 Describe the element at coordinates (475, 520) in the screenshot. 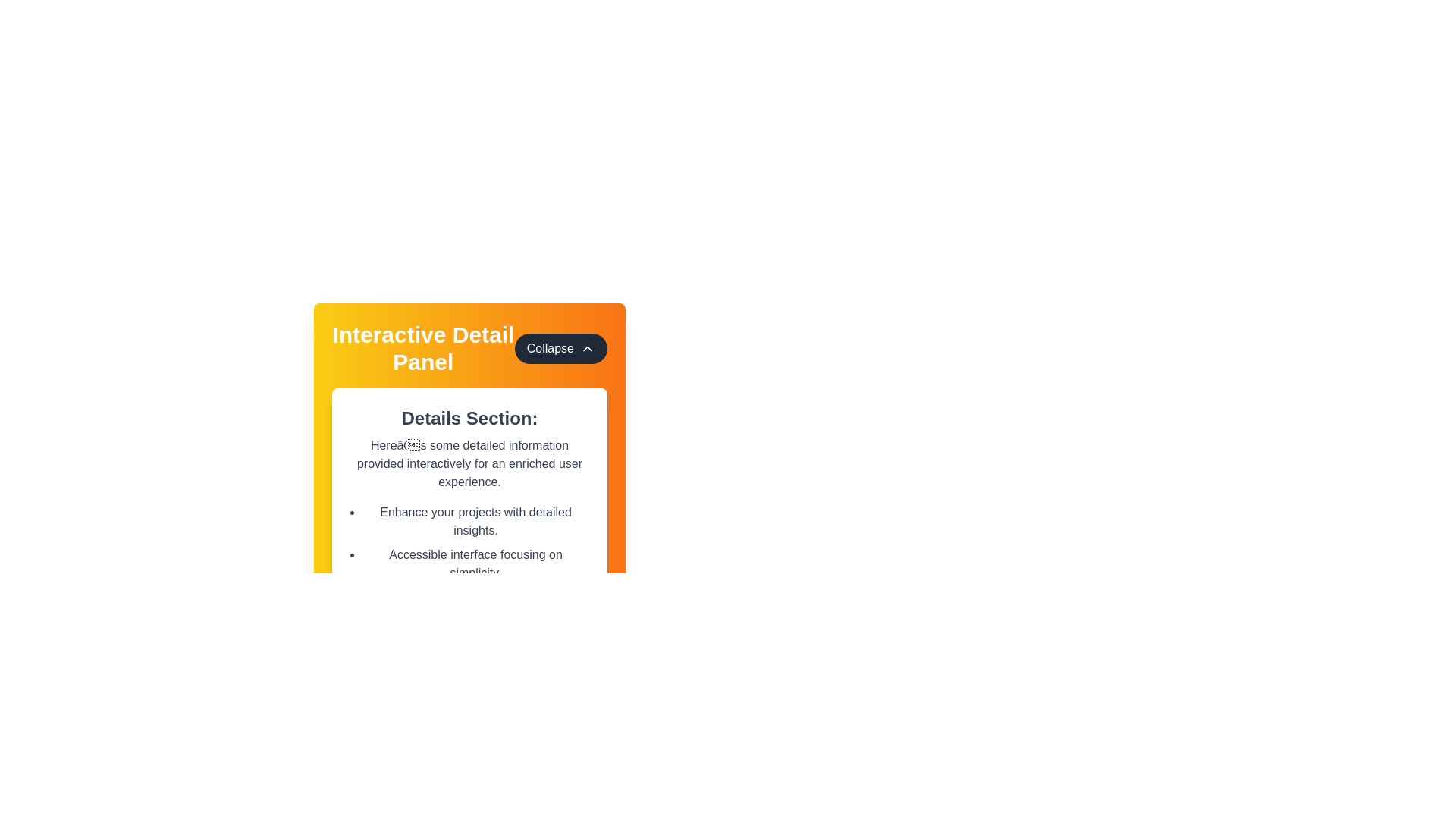

I see `the text 'Enhance your projects with detailed insights.' from the first item in the bulleted list within the 'Interactive Detail Panel.'` at that location.